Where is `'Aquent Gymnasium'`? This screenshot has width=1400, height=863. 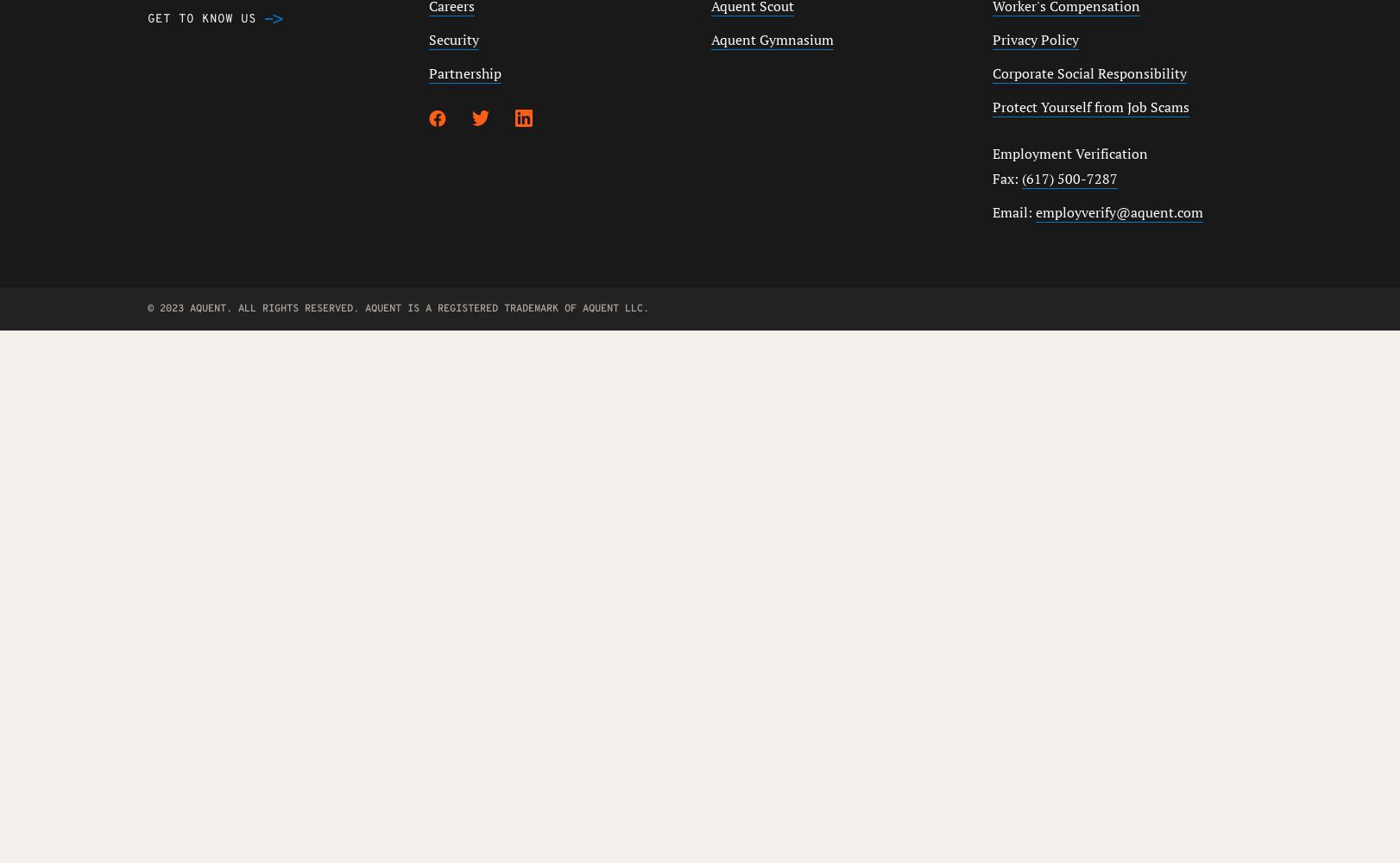 'Aquent Gymnasium' is located at coordinates (710, 40).